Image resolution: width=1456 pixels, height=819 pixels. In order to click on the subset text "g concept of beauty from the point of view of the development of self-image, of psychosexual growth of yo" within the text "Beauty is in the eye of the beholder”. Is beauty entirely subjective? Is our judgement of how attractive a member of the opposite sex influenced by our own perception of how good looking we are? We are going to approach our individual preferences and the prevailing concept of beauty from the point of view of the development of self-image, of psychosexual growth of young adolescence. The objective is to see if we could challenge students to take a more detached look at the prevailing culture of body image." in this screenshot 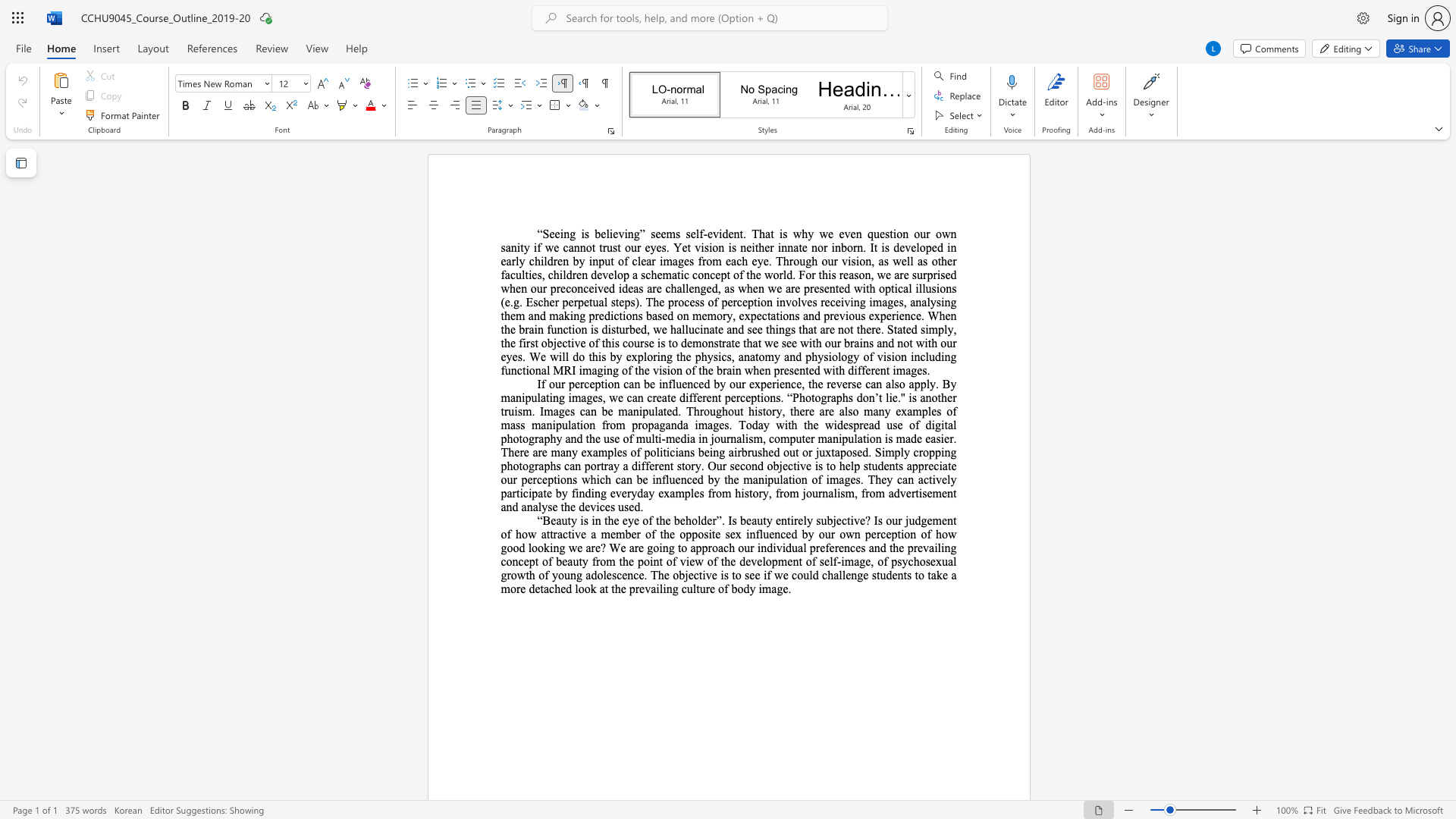, I will do `click(949, 548)`.